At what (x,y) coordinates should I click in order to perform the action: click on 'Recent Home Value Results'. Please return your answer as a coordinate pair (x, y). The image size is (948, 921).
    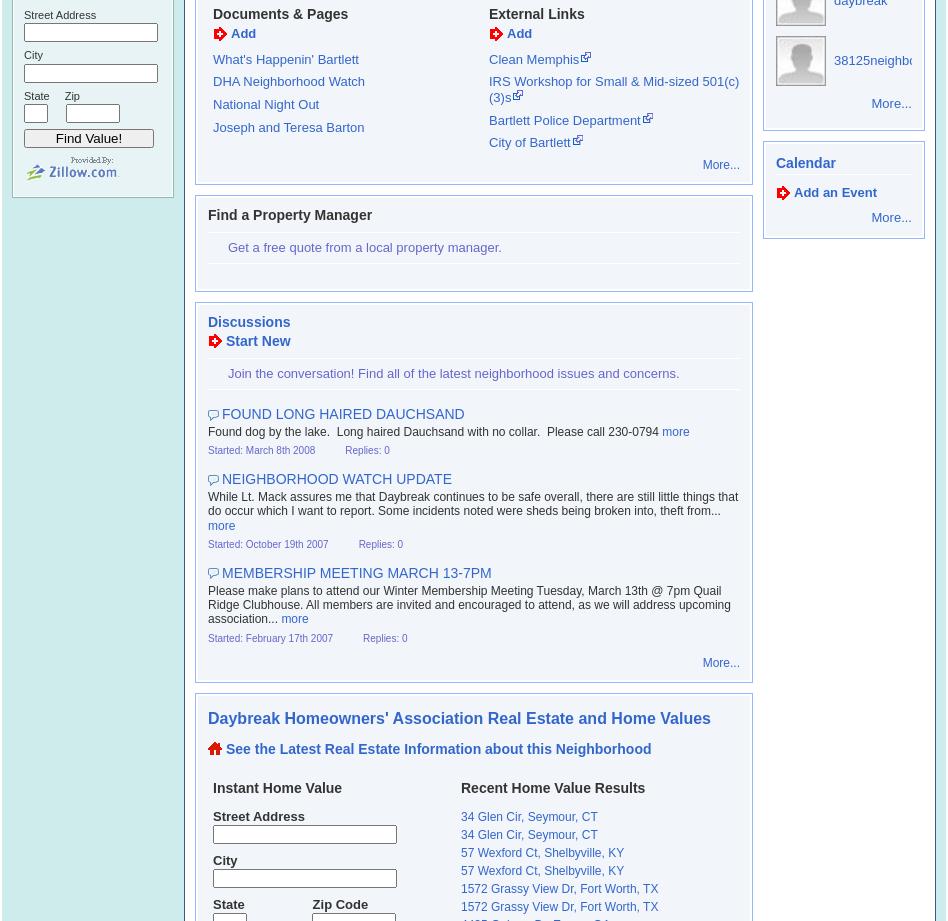
    Looking at the image, I should click on (552, 785).